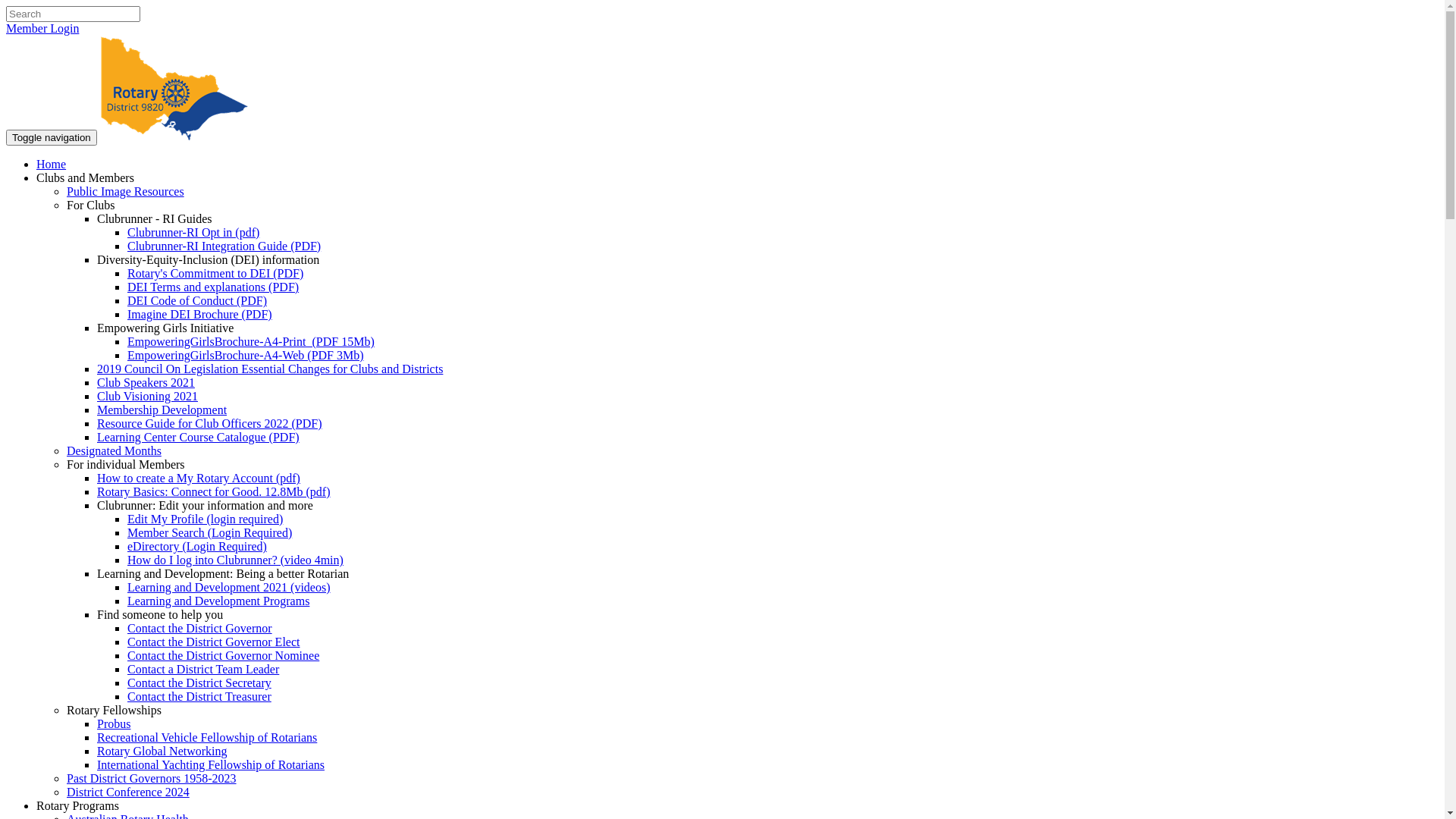  I want to click on 'DEI Terms and explanations (PDF)', so click(212, 287).